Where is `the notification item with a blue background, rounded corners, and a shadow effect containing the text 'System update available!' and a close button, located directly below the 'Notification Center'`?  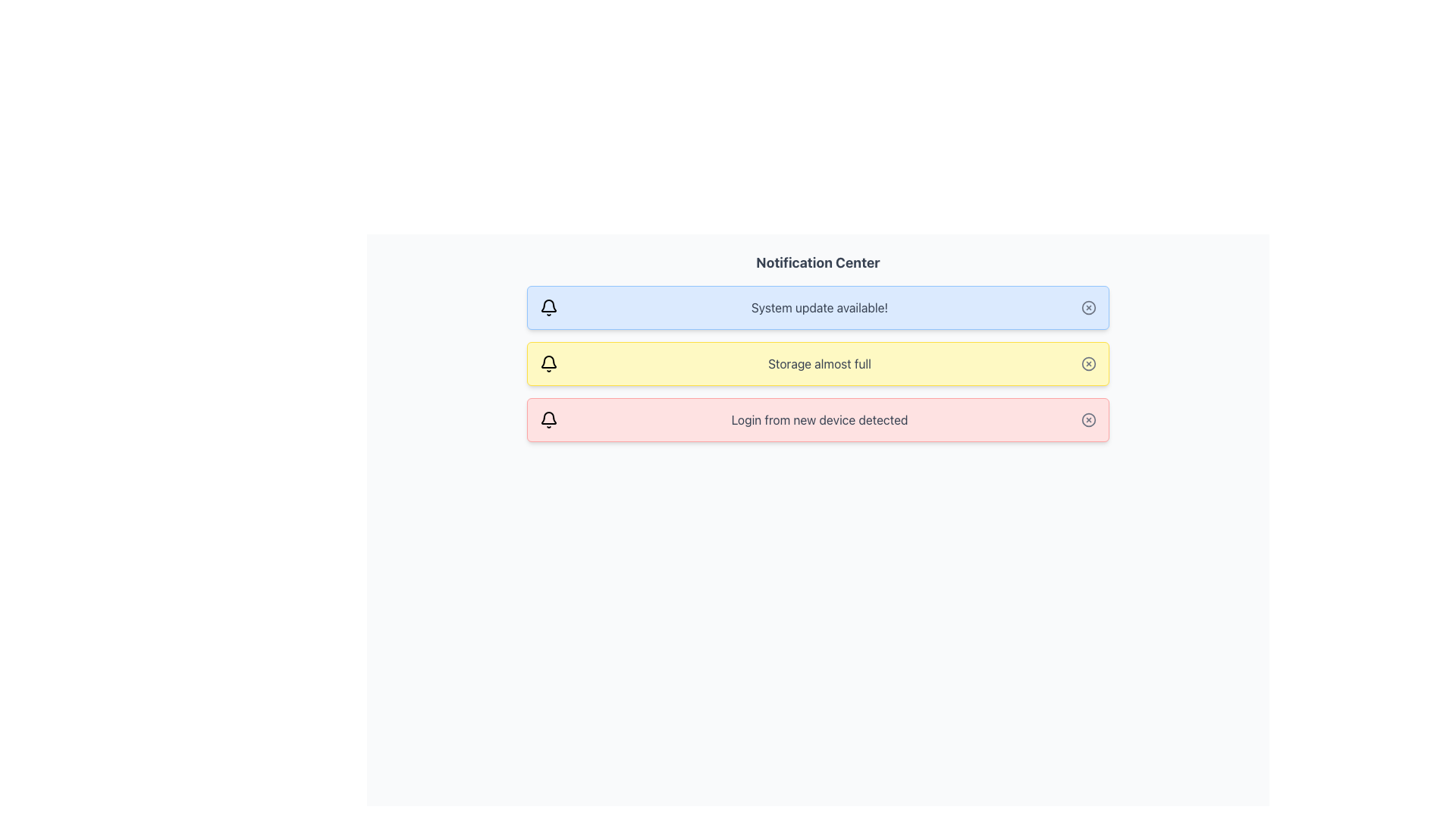
the notification item with a blue background, rounded corners, and a shadow effect containing the text 'System update available!' and a close button, located directly below the 'Notification Center' is located at coordinates (817, 307).